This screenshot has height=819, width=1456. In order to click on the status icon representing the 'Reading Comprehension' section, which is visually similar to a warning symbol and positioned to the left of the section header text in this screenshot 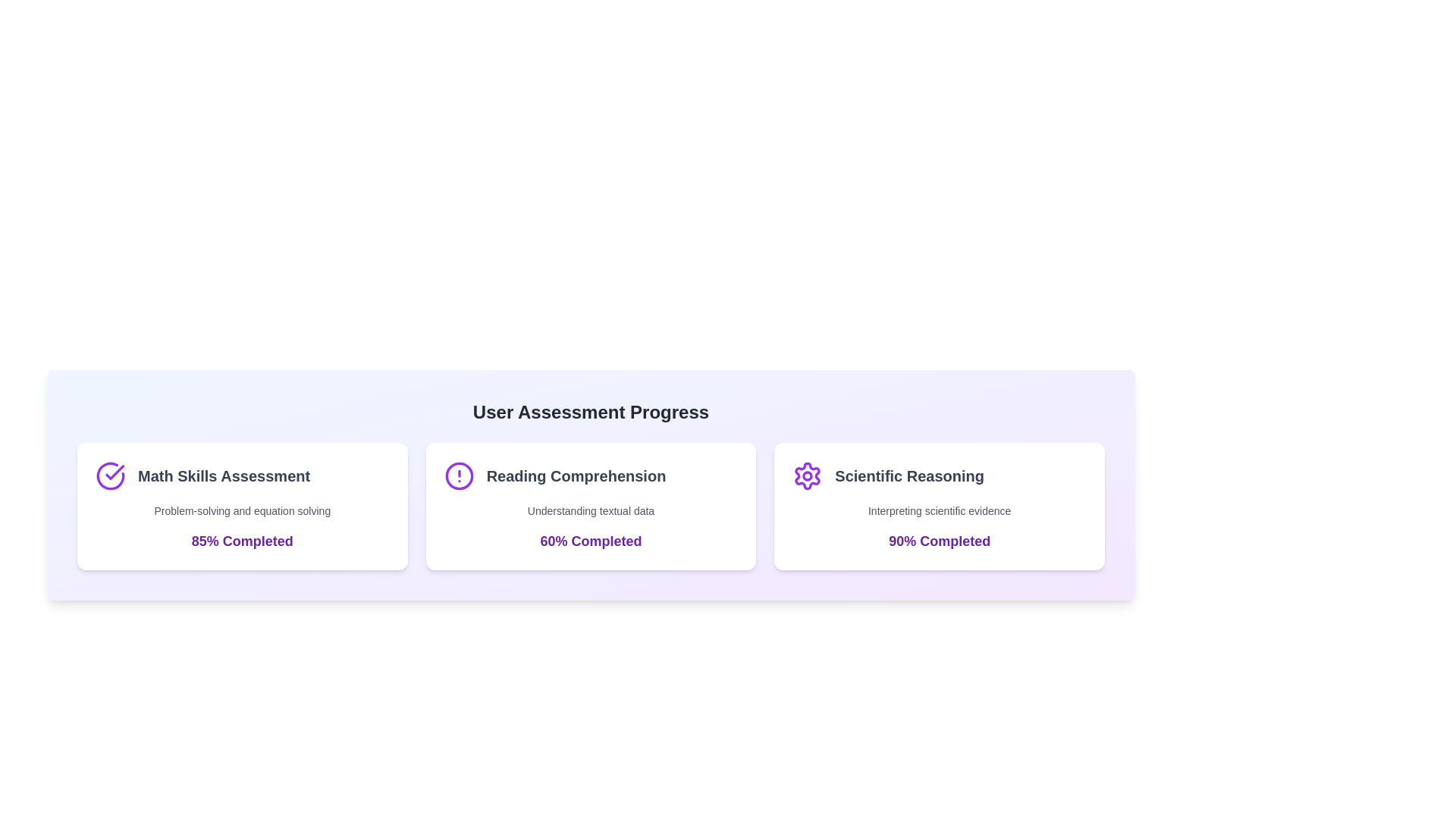, I will do `click(458, 475)`.